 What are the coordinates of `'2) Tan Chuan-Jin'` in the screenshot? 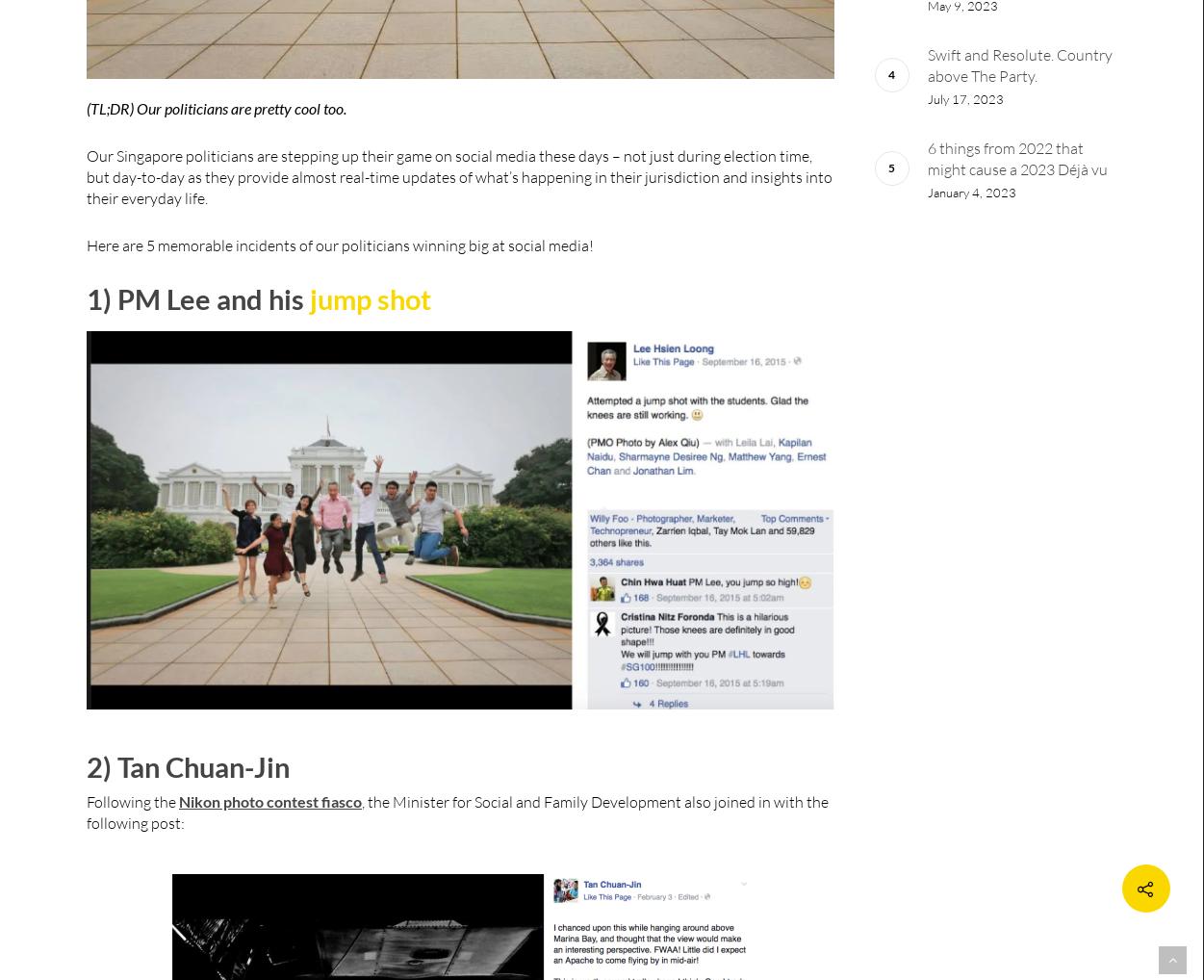 It's located at (85, 765).